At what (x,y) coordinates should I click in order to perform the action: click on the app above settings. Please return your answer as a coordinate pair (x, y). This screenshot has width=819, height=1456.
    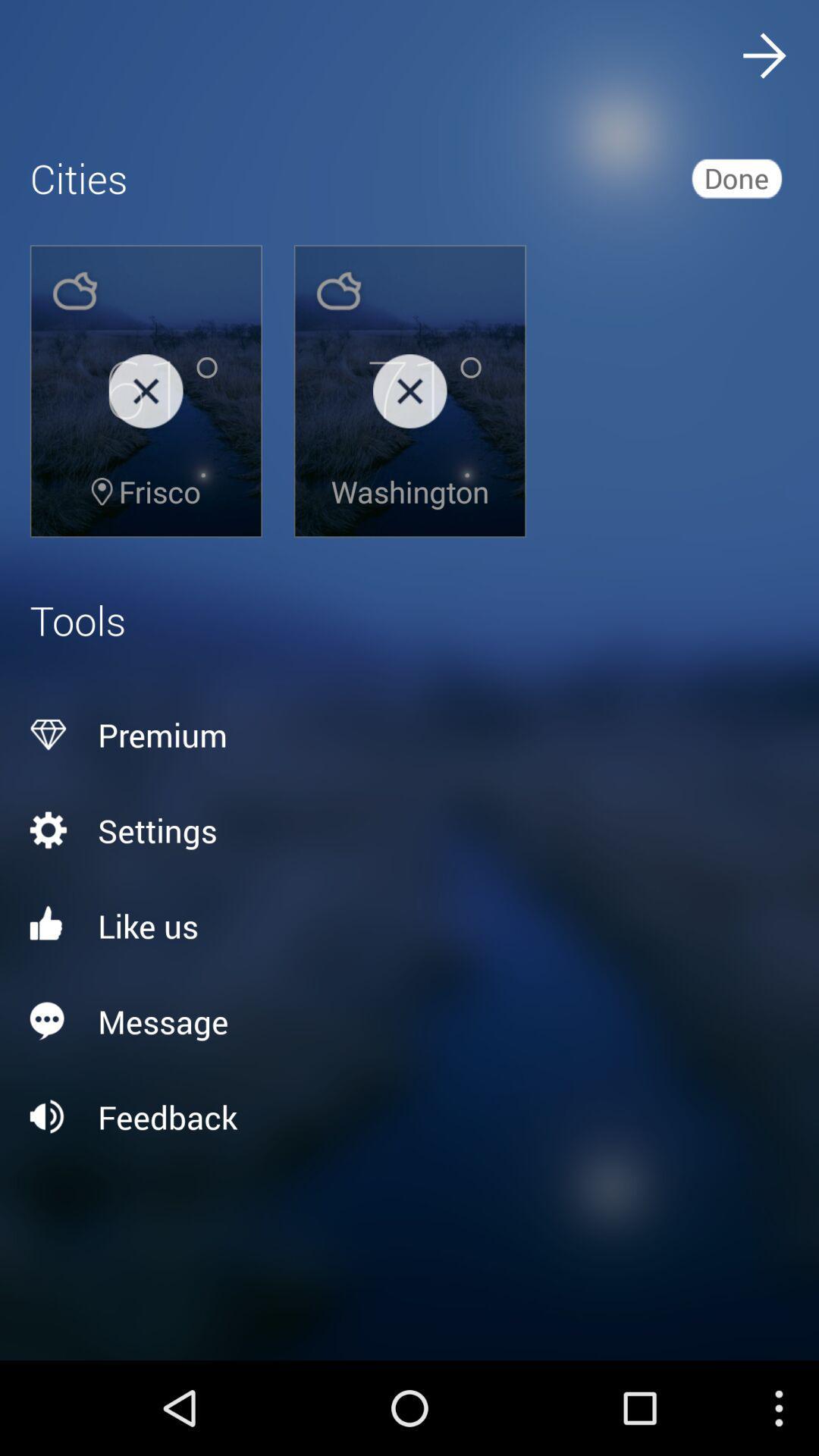
    Looking at the image, I should click on (409, 735).